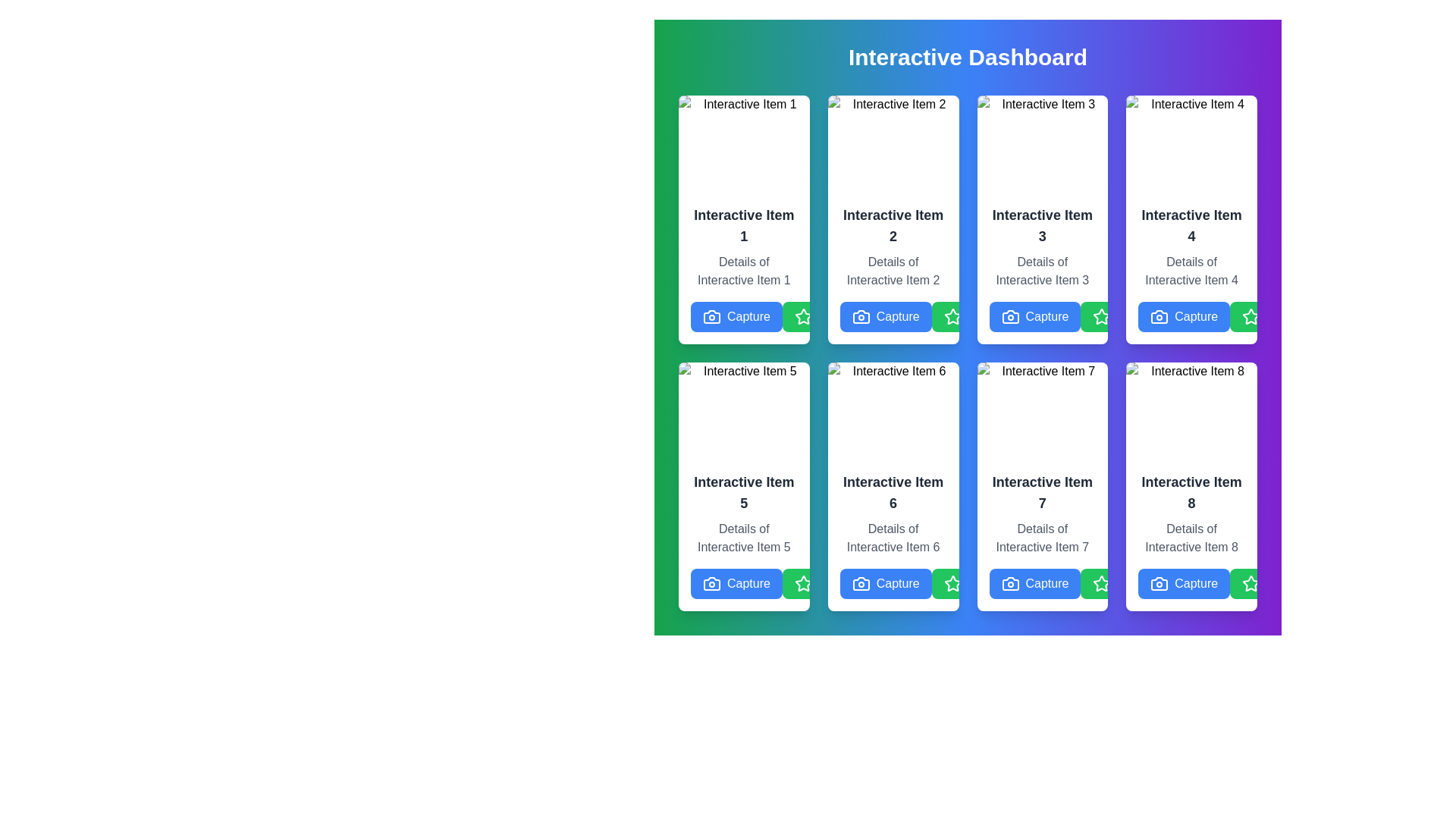 Image resolution: width=1456 pixels, height=819 pixels. Describe the element at coordinates (1251, 582) in the screenshot. I see `the star-shaped icon with a green fill and black outline located in the bottom-right corner of 'Interactive Item 8' to mark it as a favorite` at that location.